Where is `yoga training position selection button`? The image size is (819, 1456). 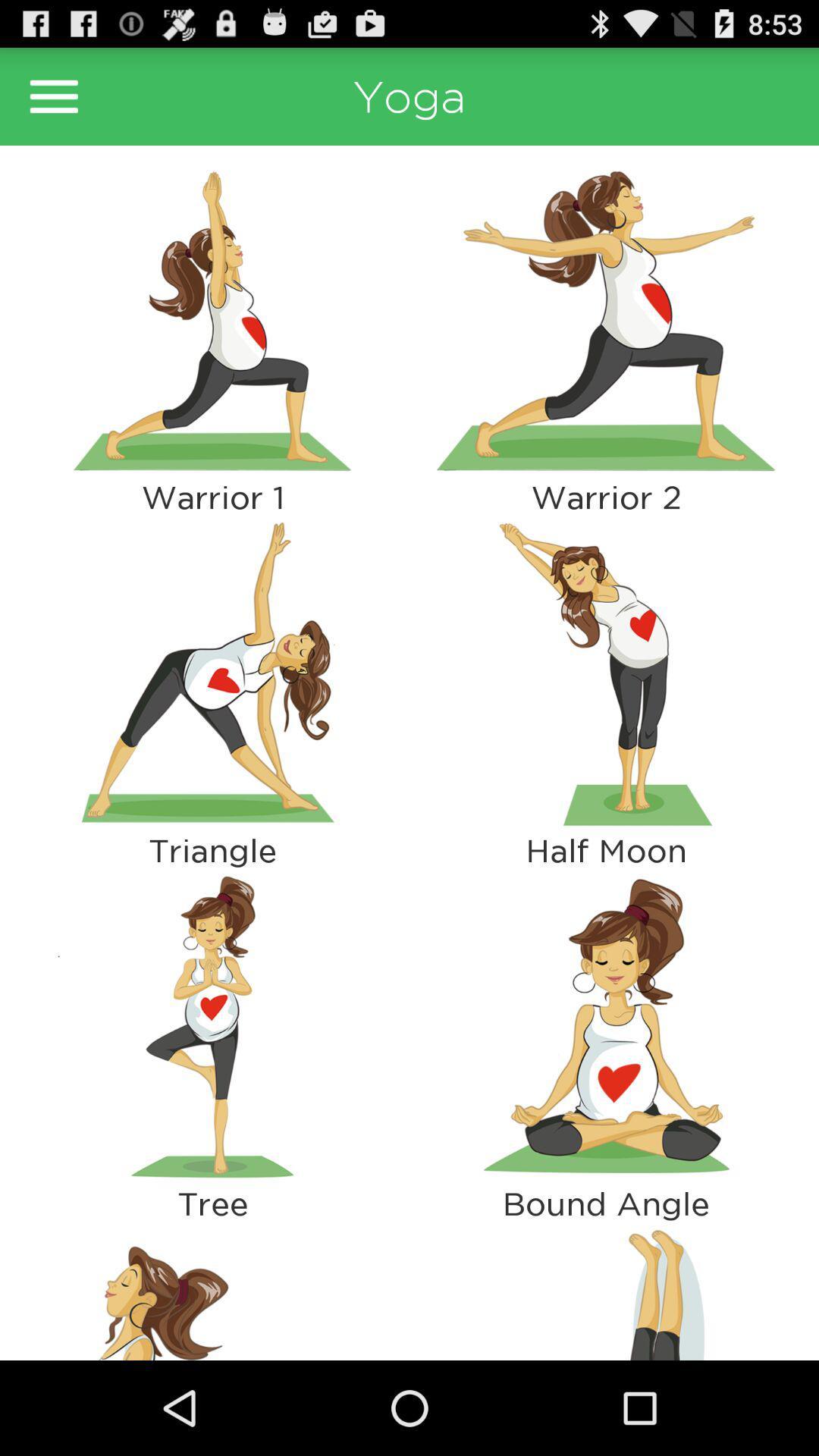 yoga training position selection button is located at coordinates (212, 673).